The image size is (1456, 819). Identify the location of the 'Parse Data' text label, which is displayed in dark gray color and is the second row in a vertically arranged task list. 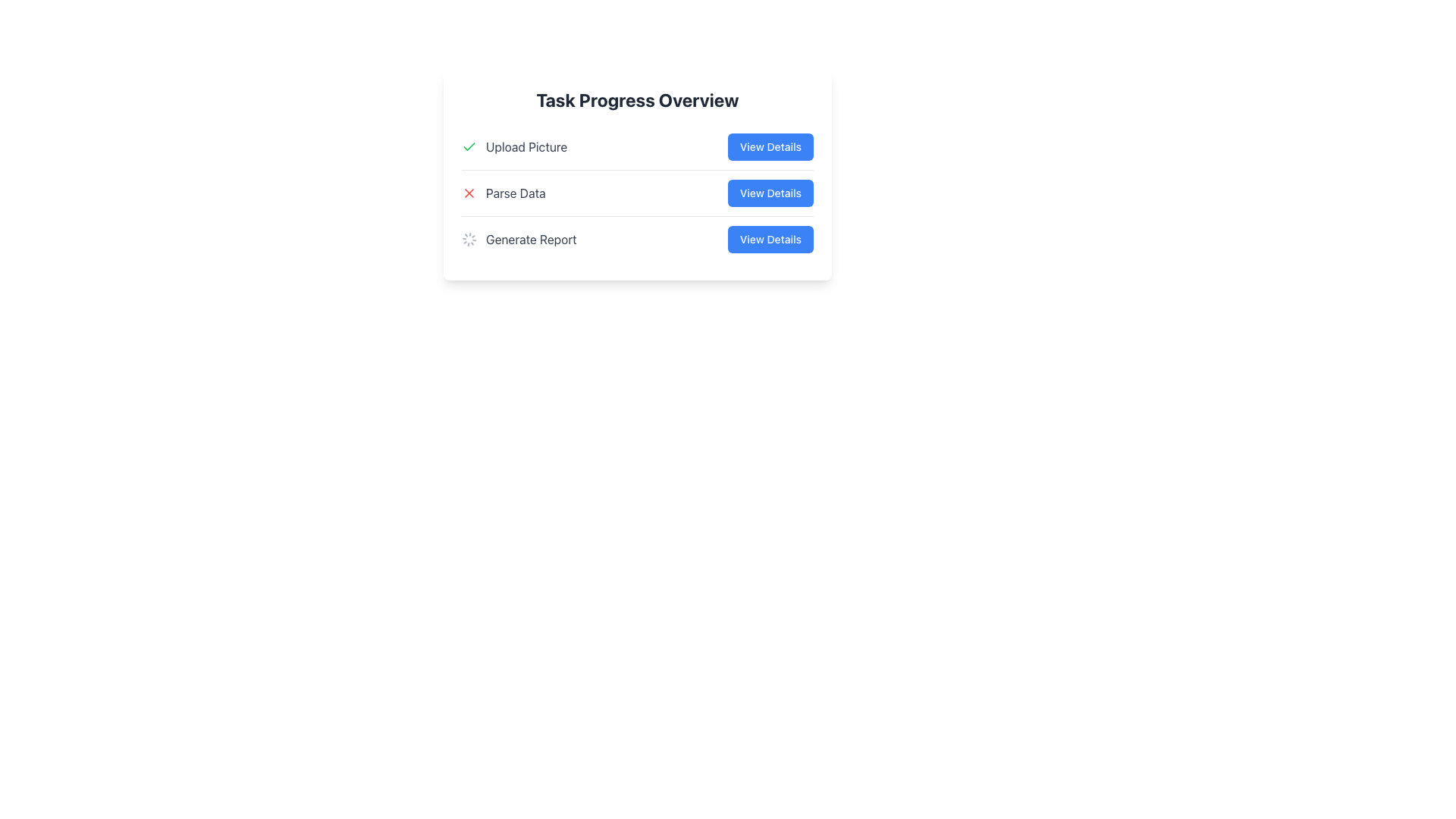
(516, 192).